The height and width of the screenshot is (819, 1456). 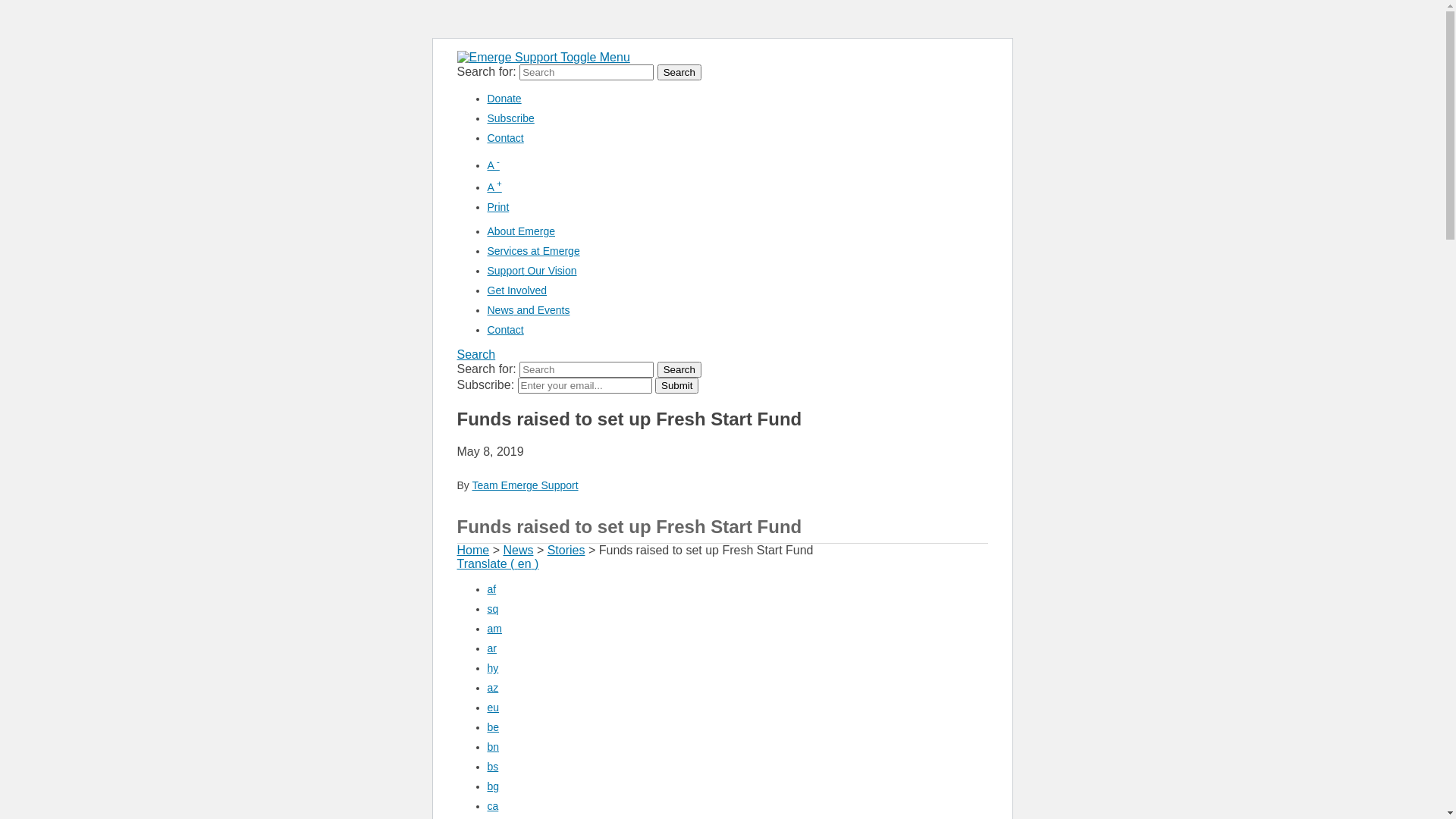 What do you see at coordinates (492, 708) in the screenshot?
I see `'eu'` at bounding box center [492, 708].